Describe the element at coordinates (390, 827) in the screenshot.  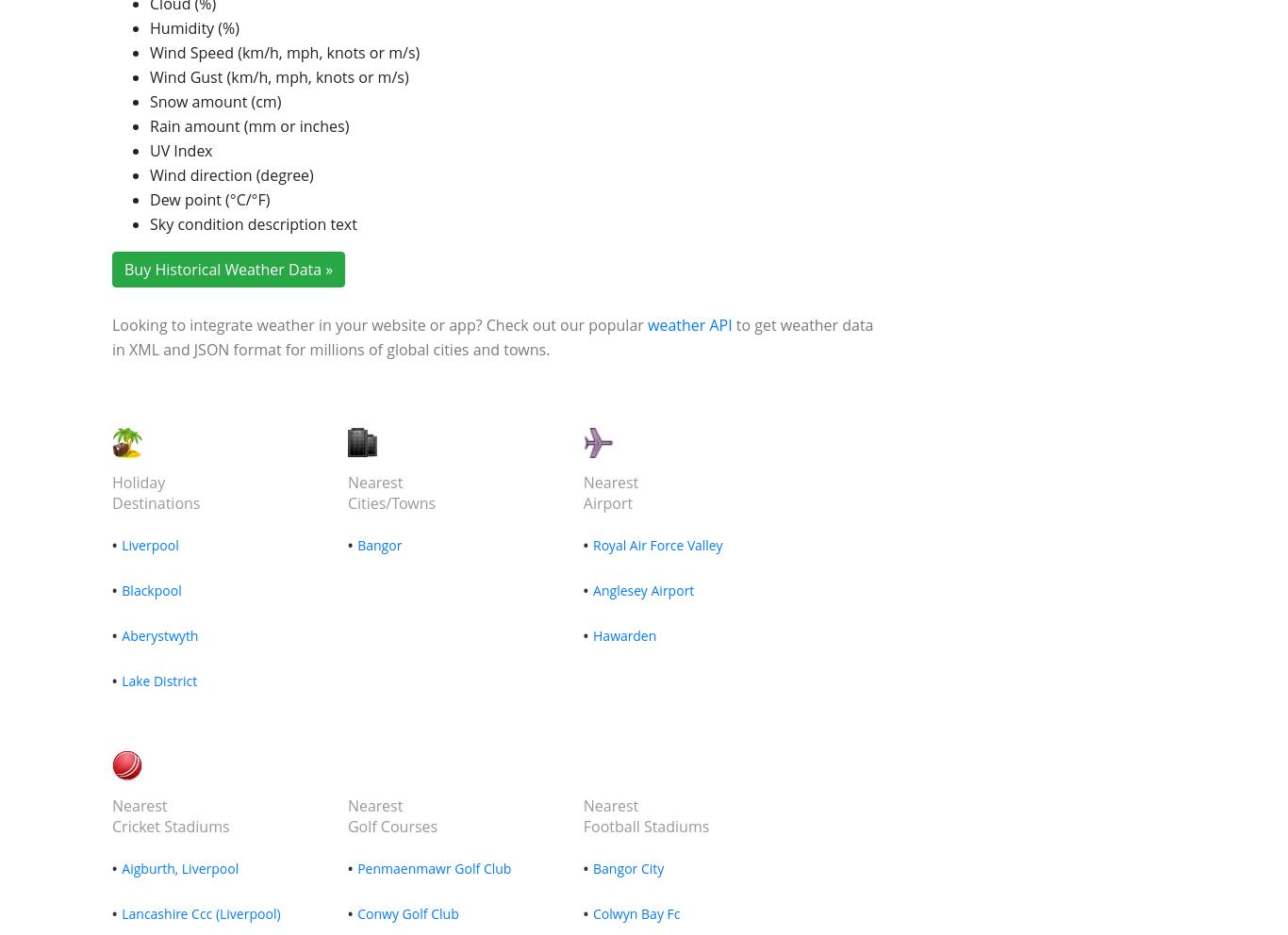
I see `'Golf Courses'` at that location.